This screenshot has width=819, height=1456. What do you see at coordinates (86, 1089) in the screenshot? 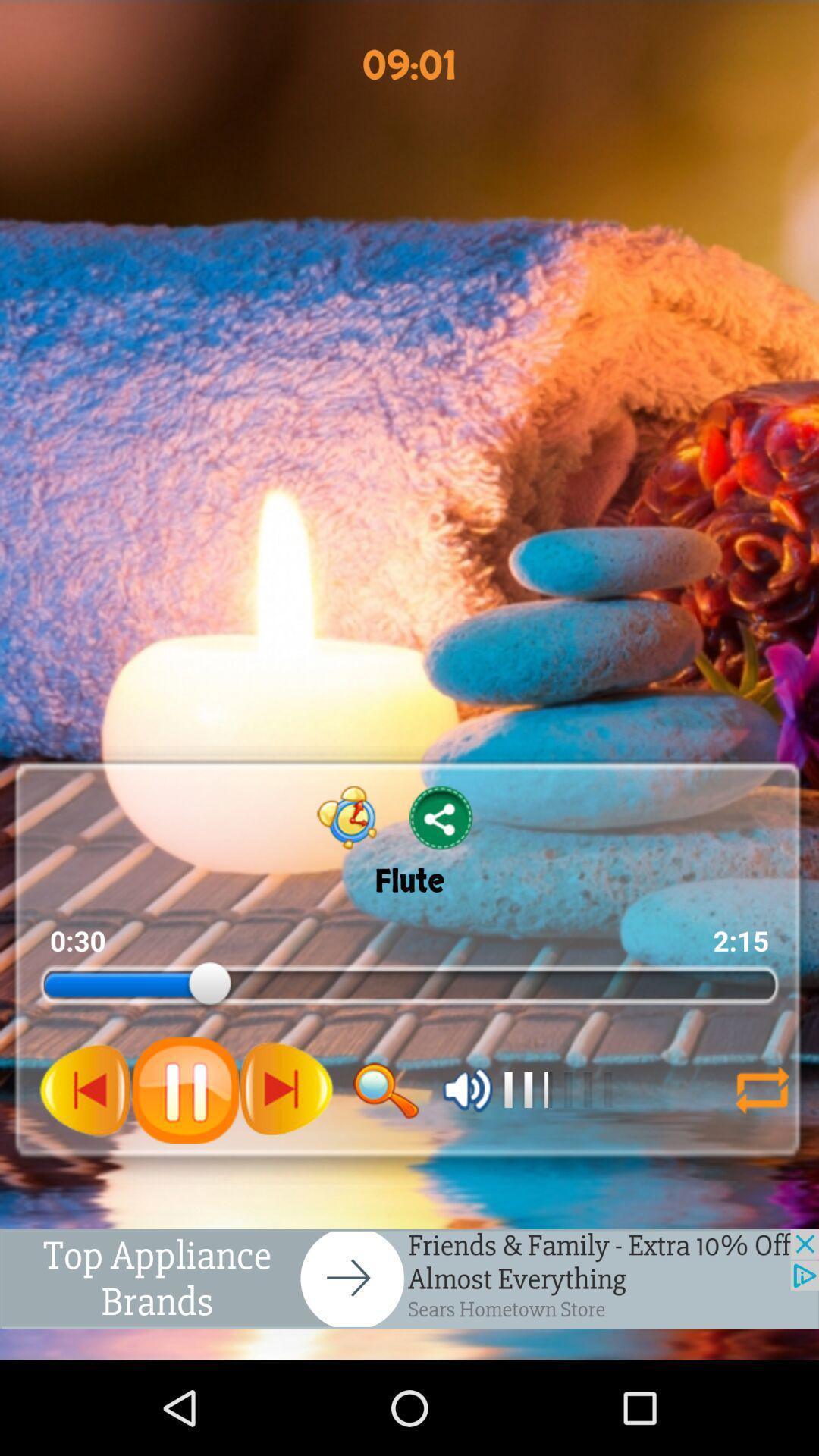
I see `rewind` at bounding box center [86, 1089].